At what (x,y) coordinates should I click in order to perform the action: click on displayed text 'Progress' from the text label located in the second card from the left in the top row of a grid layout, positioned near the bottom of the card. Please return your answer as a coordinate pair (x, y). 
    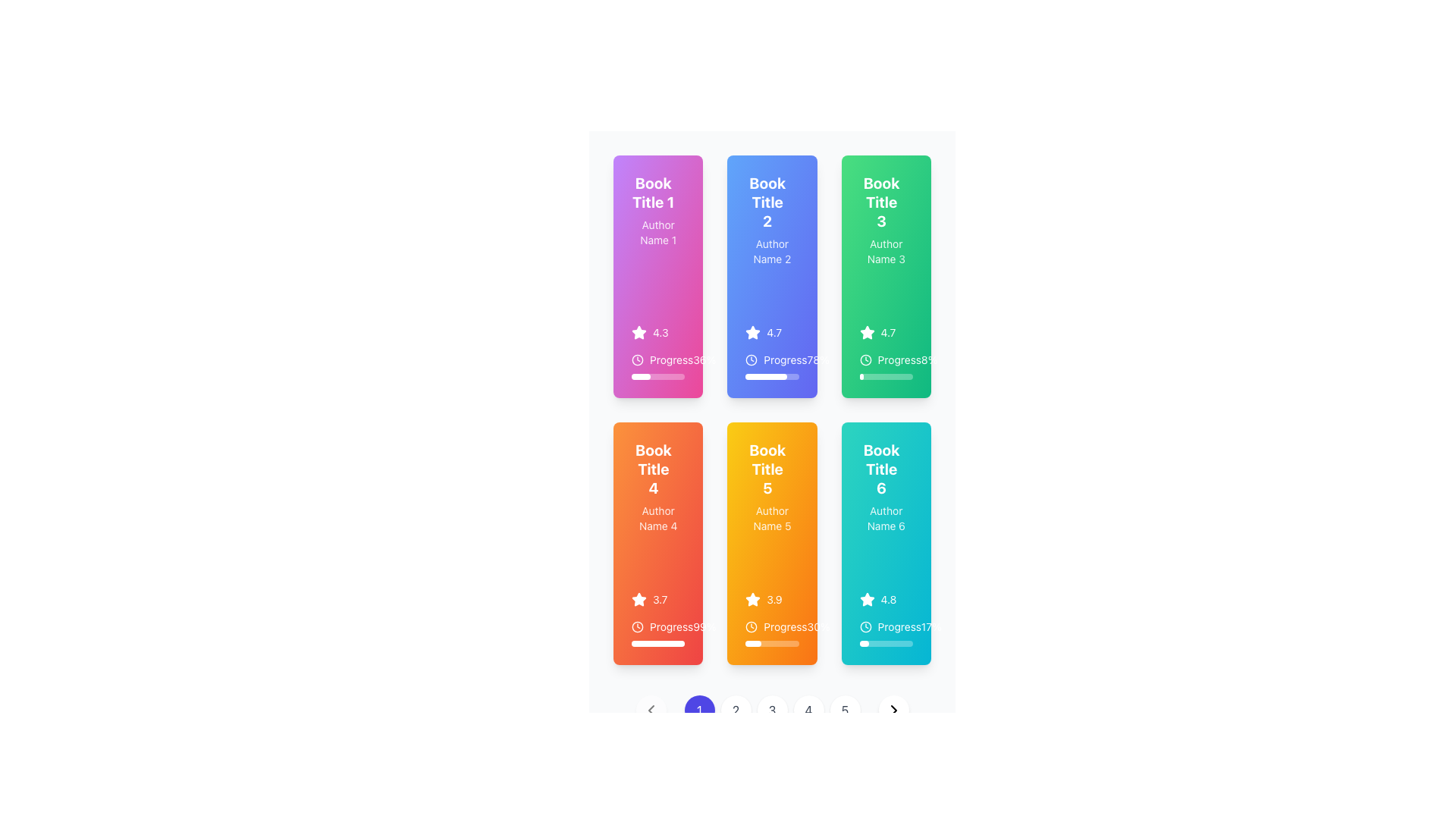
    Looking at the image, I should click on (776, 359).